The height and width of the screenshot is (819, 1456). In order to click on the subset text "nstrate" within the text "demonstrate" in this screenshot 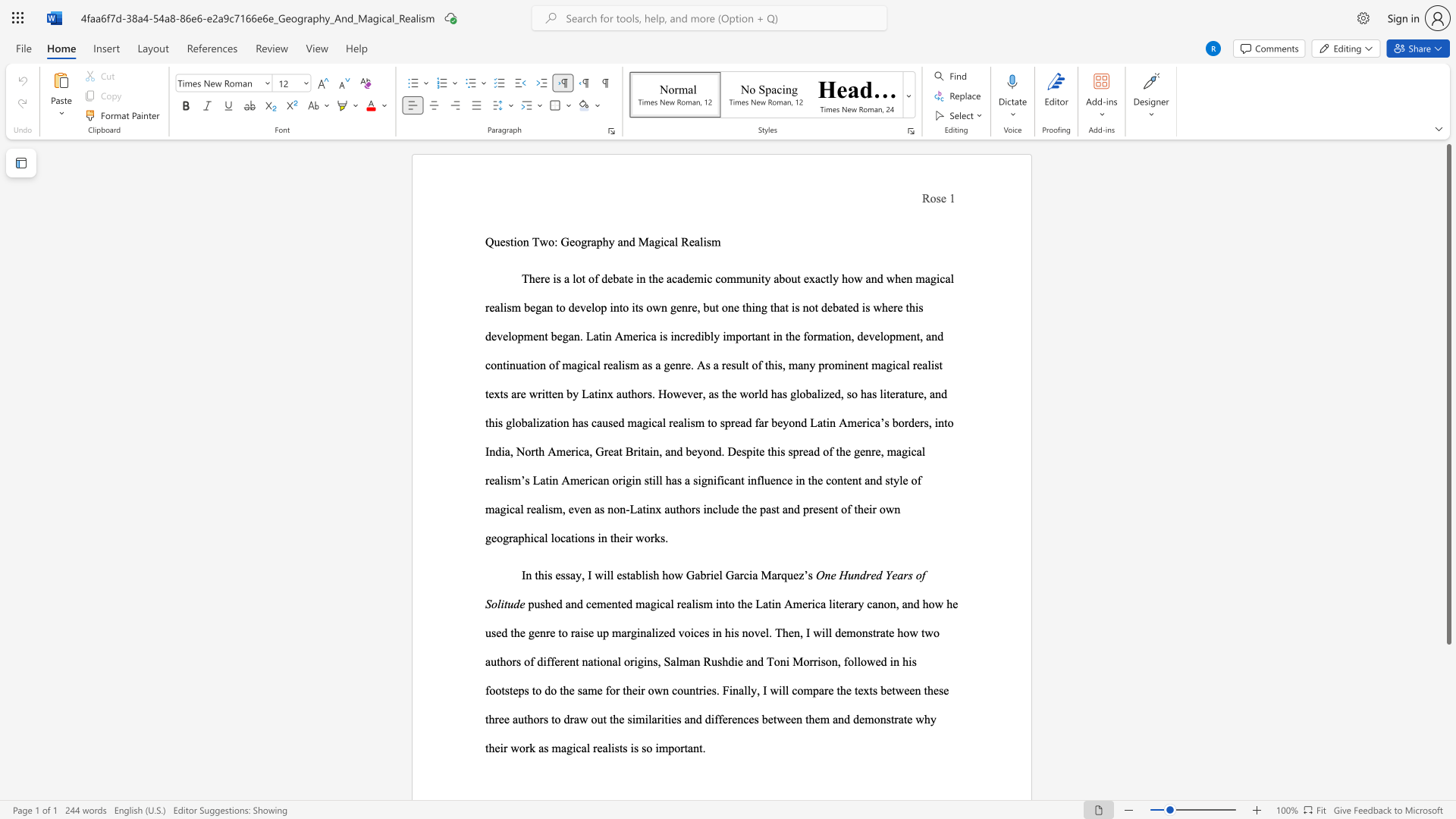, I will do `click(880, 718)`.